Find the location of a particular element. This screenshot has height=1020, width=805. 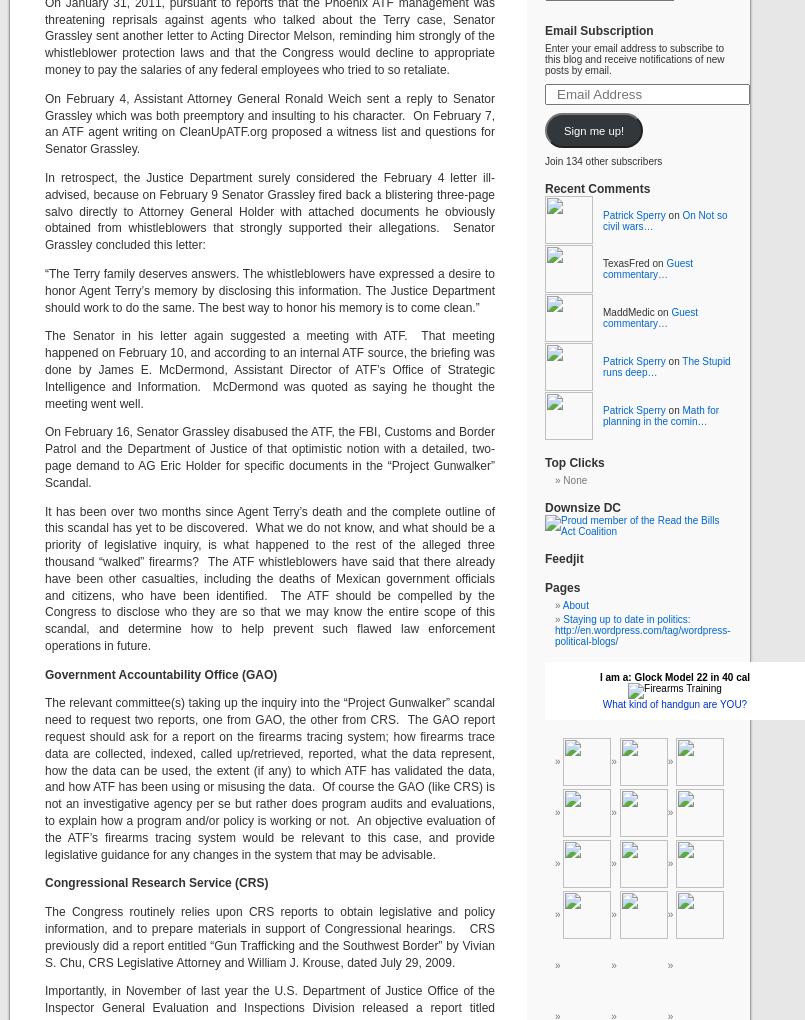

'Join 134 other subscribers' is located at coordinates (603, 161).